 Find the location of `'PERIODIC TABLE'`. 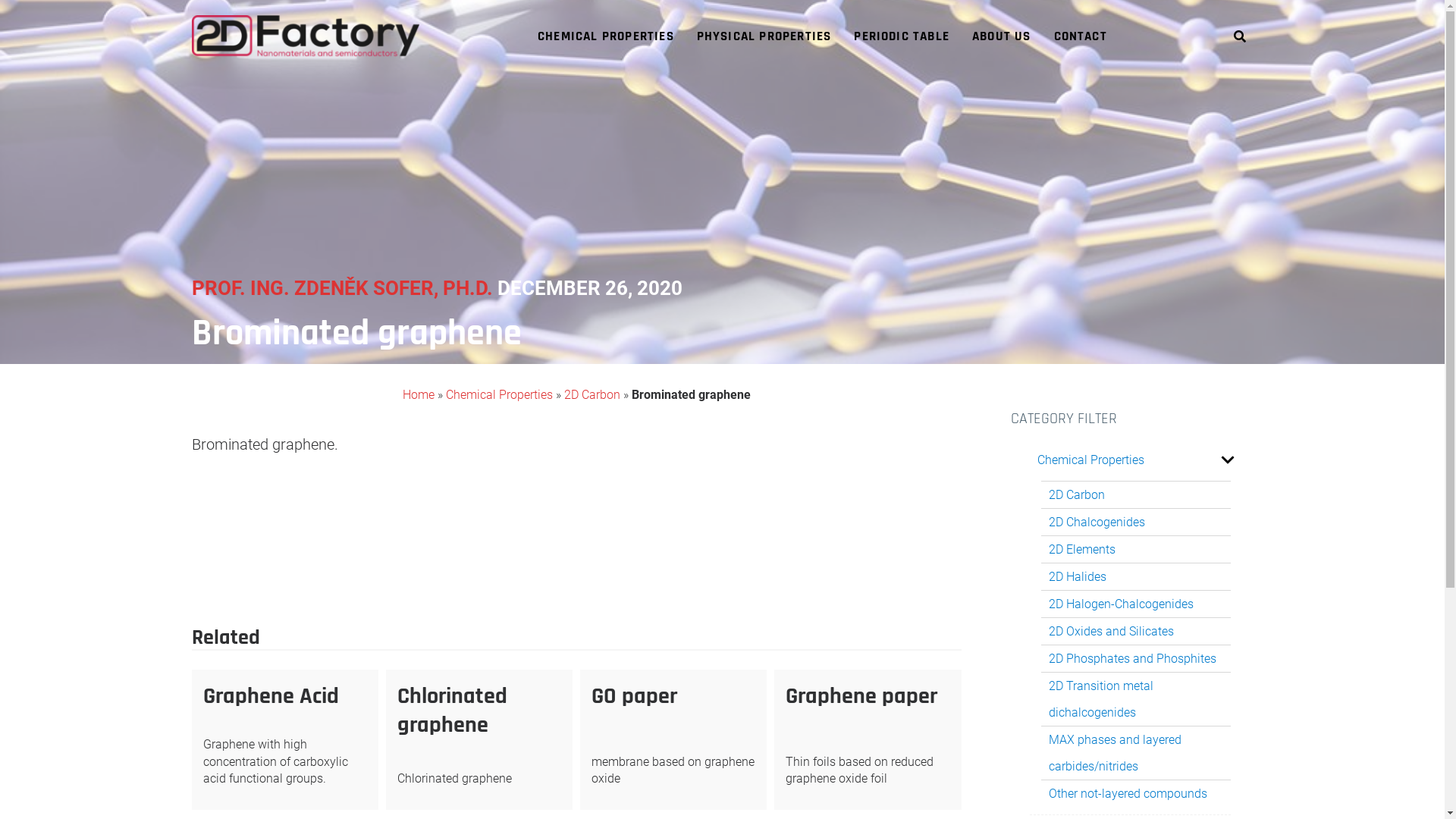

'PERIODIC TABLE' is located at coordinates (841, 36).